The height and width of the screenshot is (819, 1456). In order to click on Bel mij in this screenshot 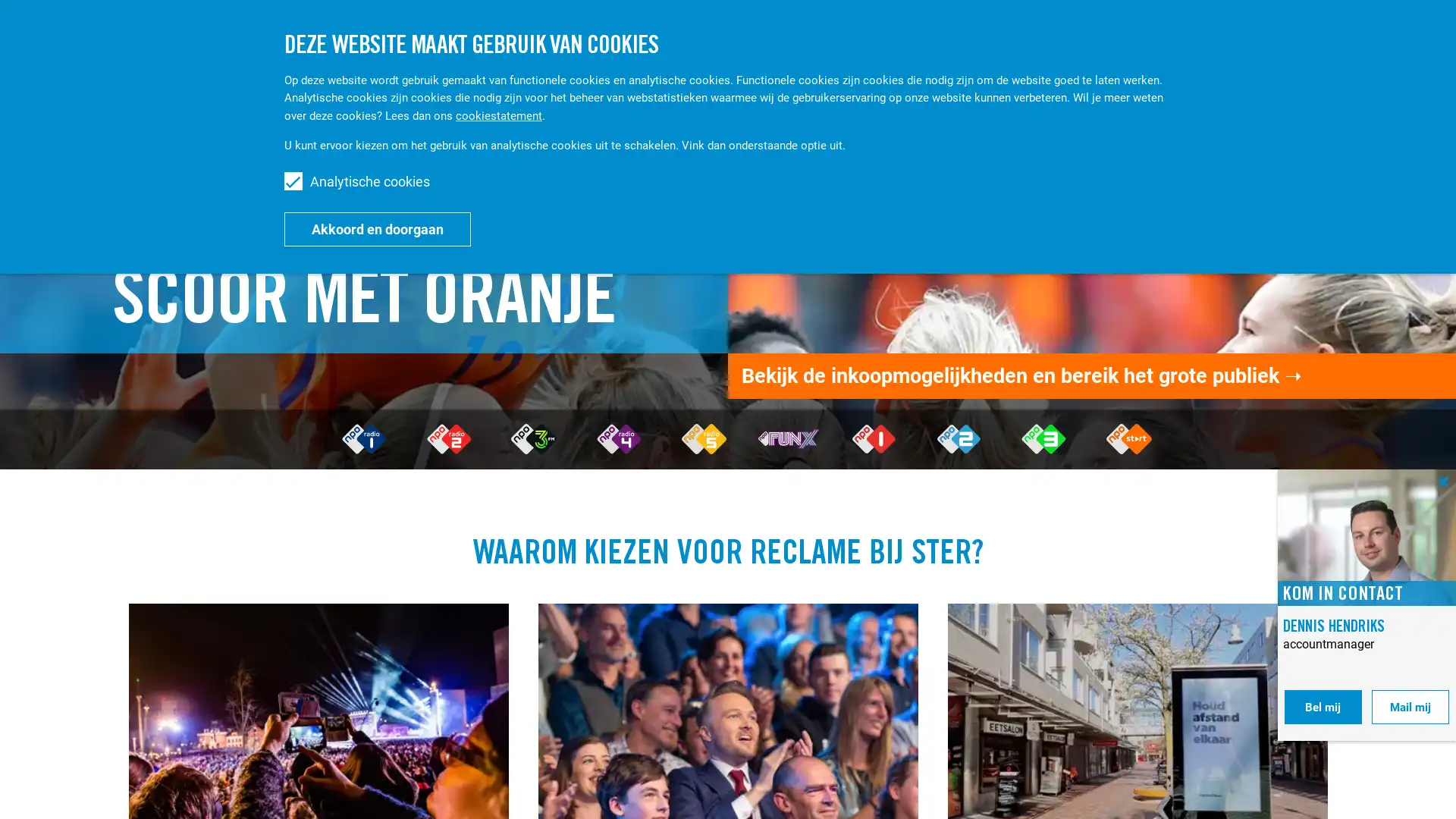, I will do `click(1322, 707)`.